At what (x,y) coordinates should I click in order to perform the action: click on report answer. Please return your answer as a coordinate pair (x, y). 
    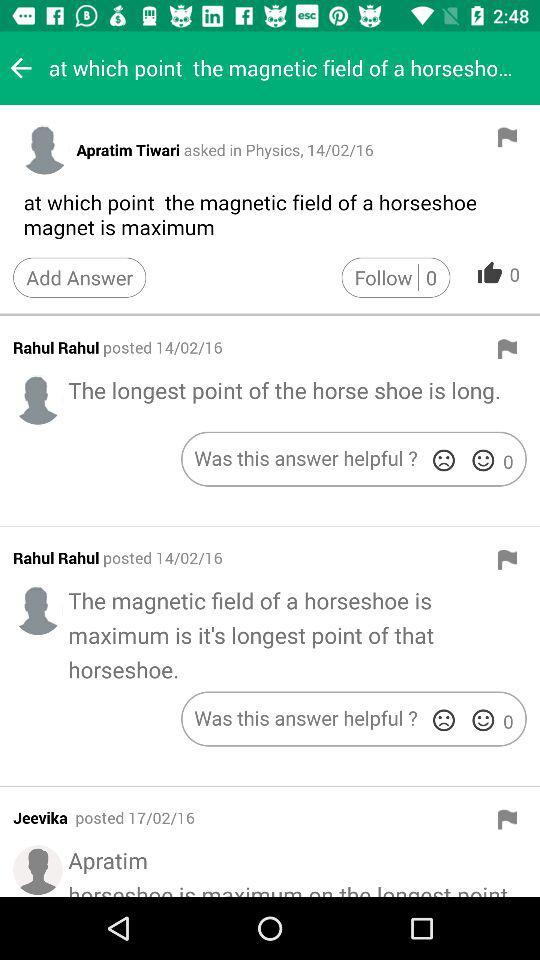
    Looking at the image, I should click on (507, 136).